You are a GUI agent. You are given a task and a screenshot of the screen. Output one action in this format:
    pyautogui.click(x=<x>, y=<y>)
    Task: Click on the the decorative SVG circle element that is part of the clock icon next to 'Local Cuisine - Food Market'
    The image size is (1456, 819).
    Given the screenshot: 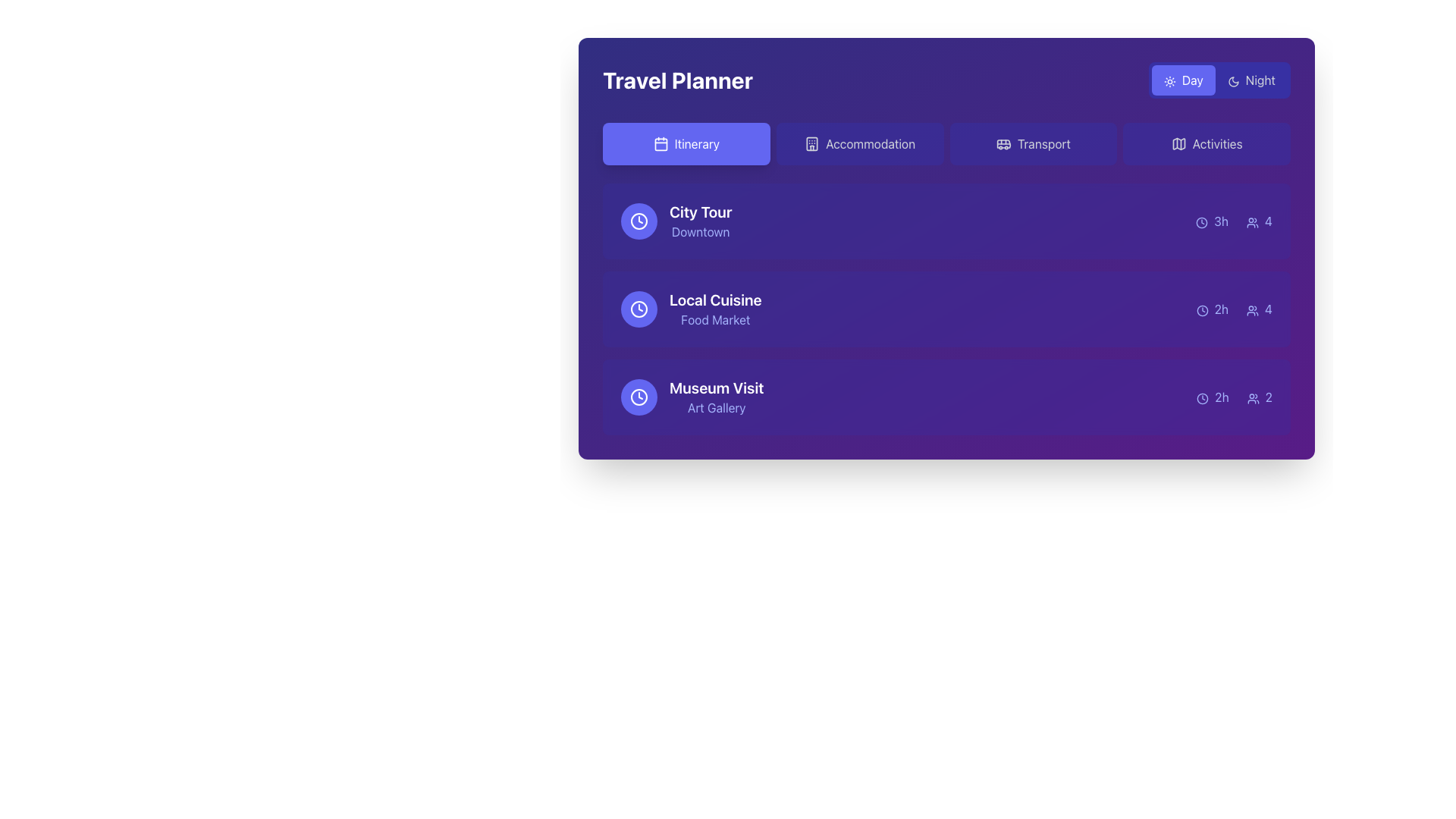 What is the action you would take?
    pyautogui.click(x=639, y=221)
    